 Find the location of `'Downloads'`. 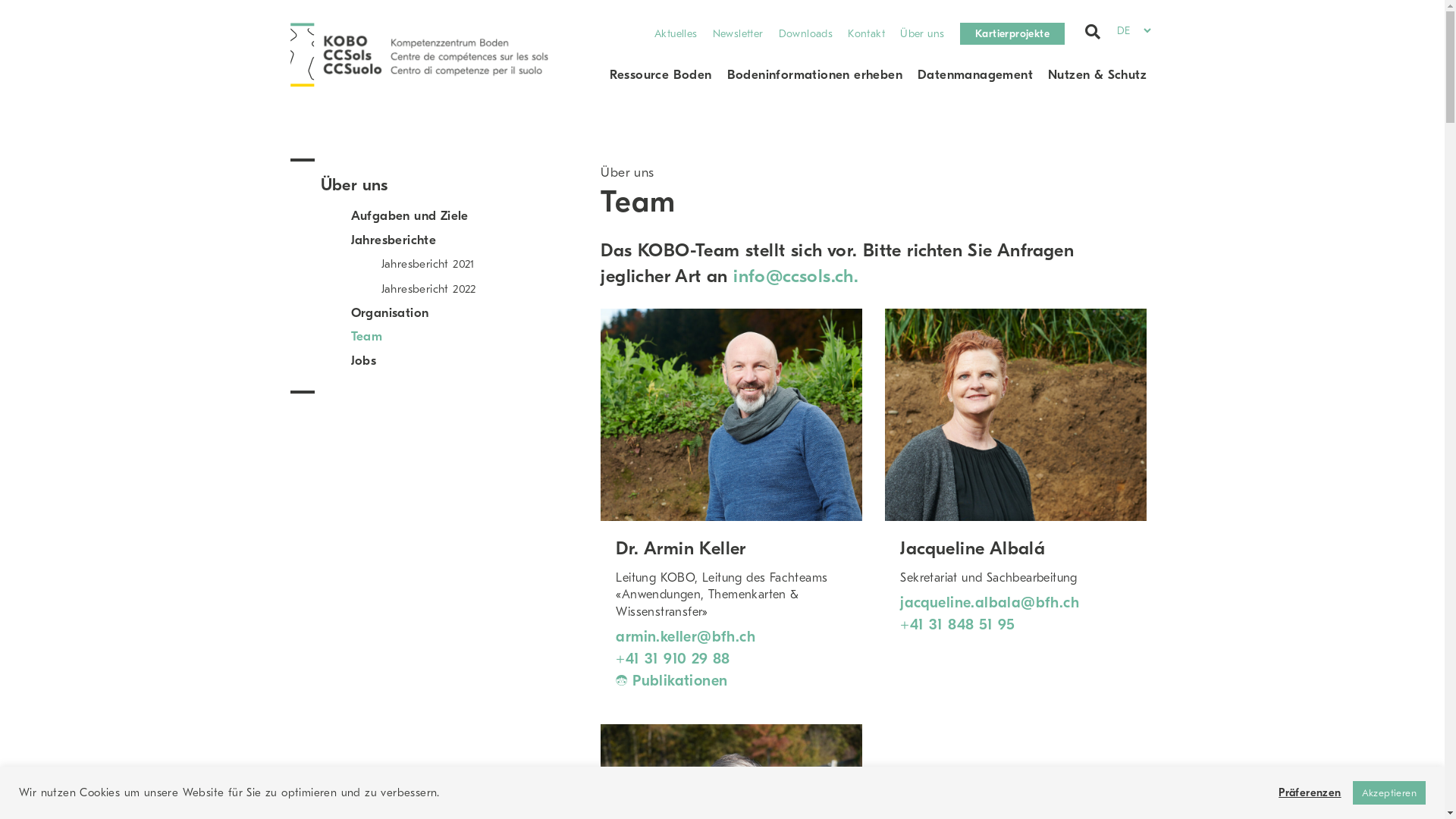

'Downloads' is located at coordinates (779, 33).